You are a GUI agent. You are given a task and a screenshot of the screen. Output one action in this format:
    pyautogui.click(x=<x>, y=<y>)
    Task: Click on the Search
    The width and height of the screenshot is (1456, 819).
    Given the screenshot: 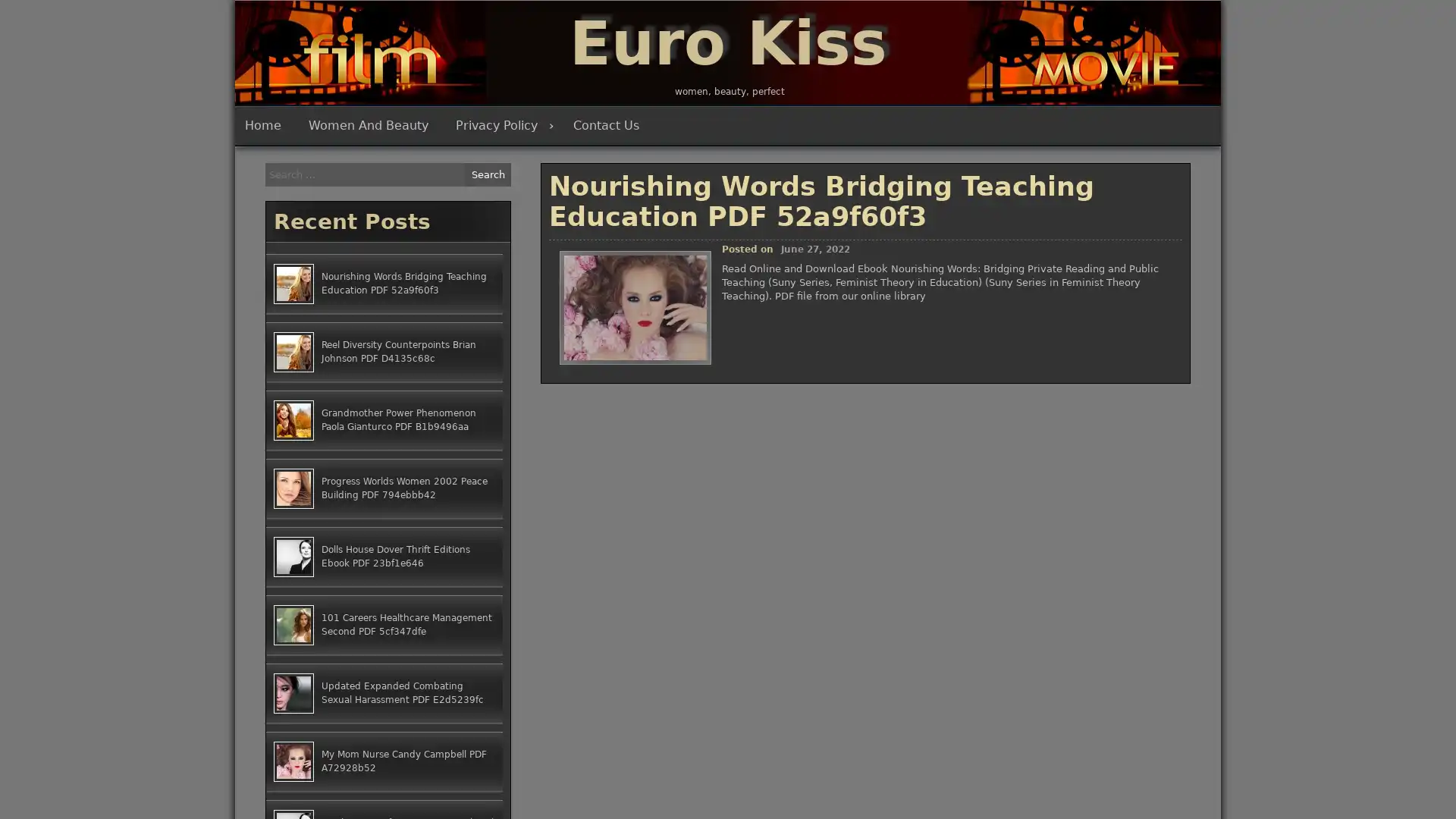 What is the action you would take?
    pyautogui.click(x=488, y=174)
    